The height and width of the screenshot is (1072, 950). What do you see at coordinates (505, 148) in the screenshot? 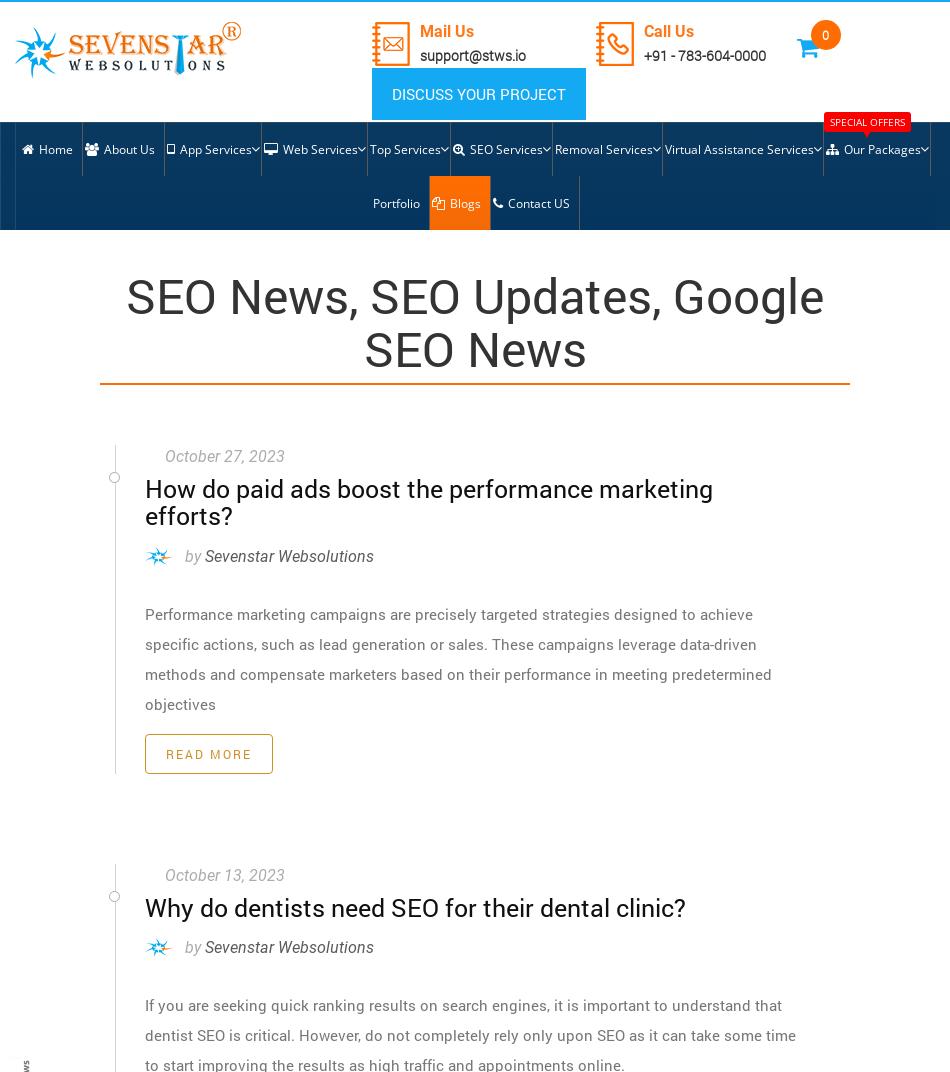
I see `'SEO Services'` at bounding box center [505, 148].